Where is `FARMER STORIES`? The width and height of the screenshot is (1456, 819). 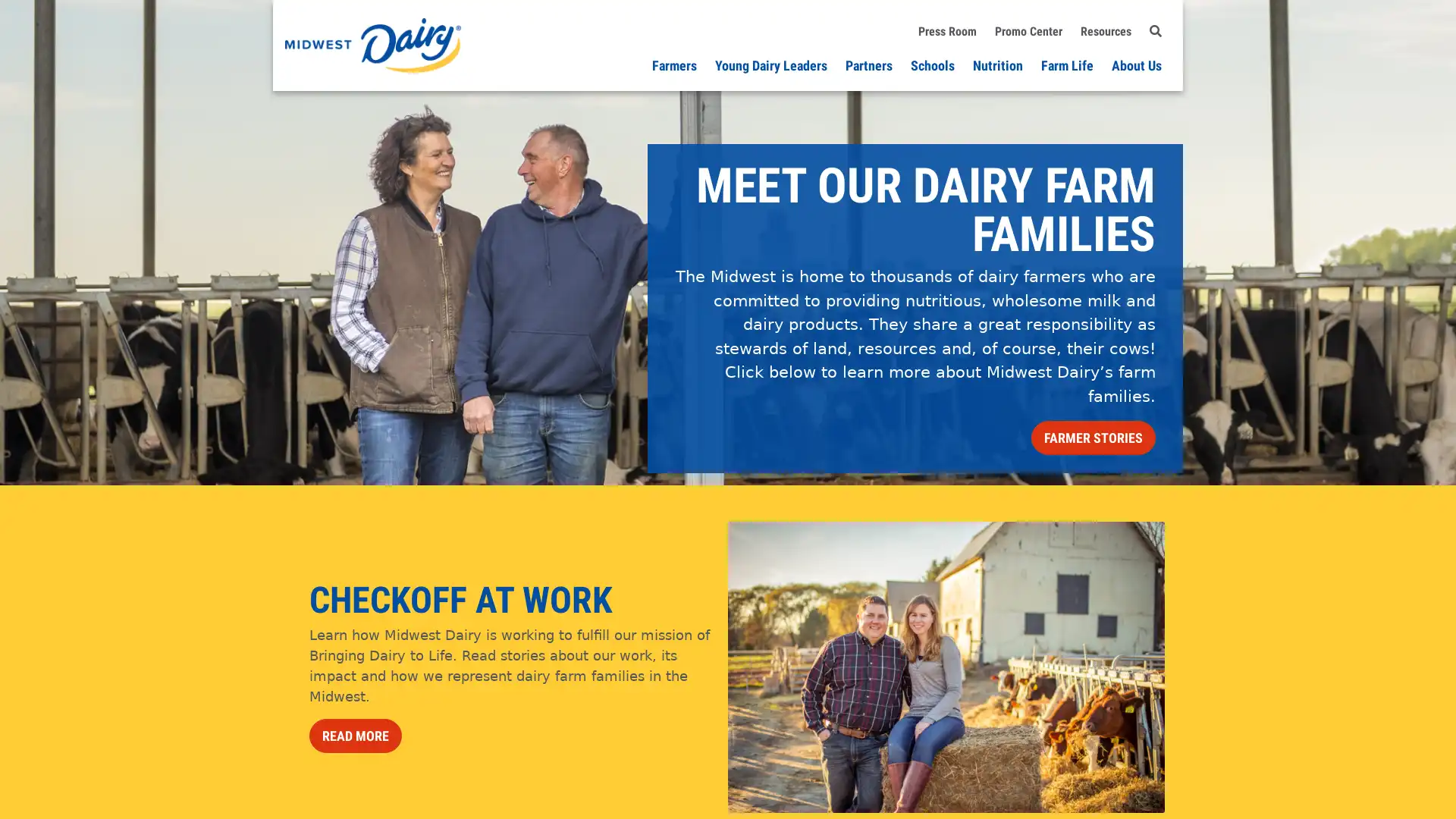
FARMER STORIES is located at coordinates (1093, 438).